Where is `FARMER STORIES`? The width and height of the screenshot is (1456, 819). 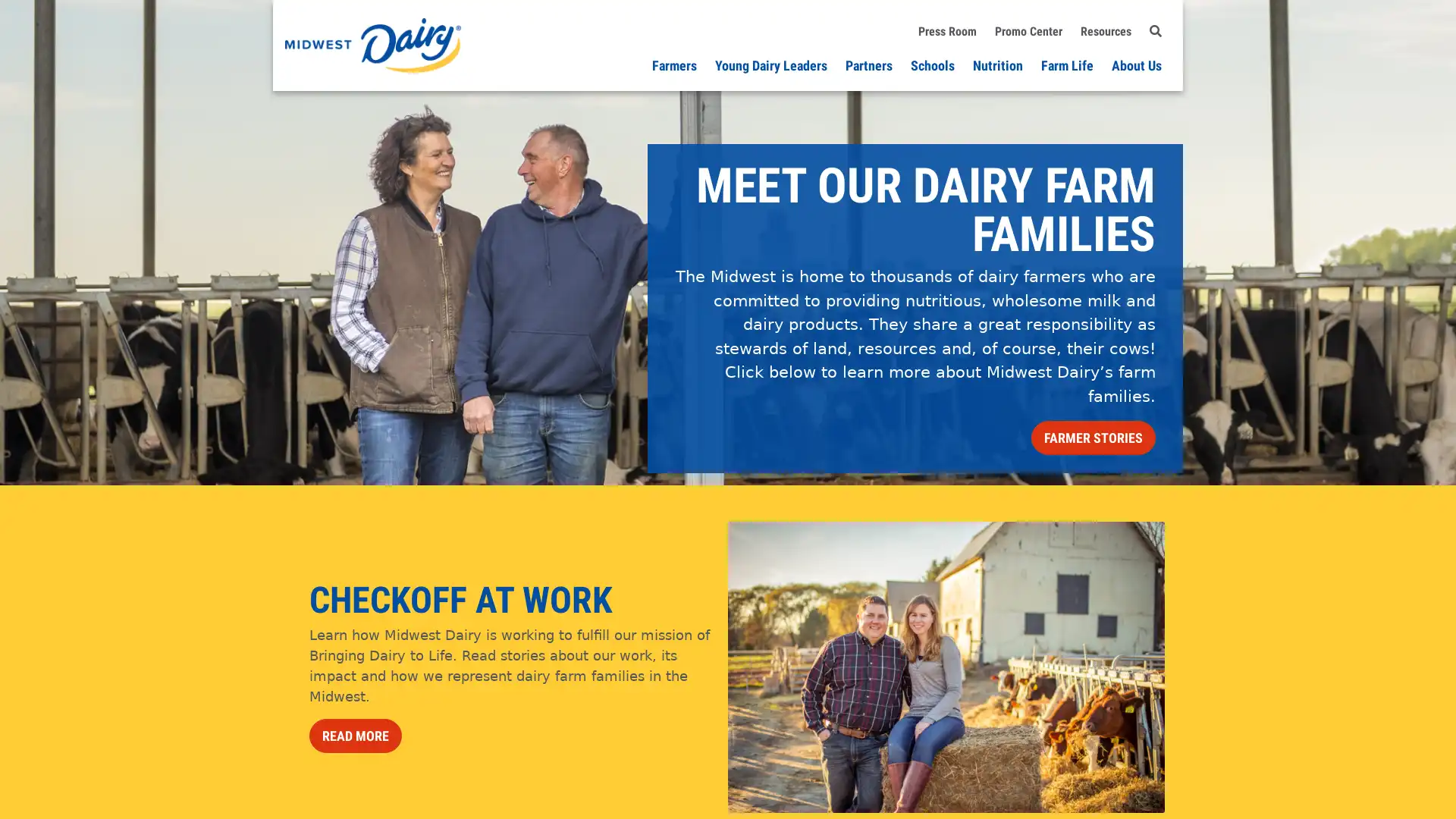
FARMER STORIES is located at coordinates (1093, 438).